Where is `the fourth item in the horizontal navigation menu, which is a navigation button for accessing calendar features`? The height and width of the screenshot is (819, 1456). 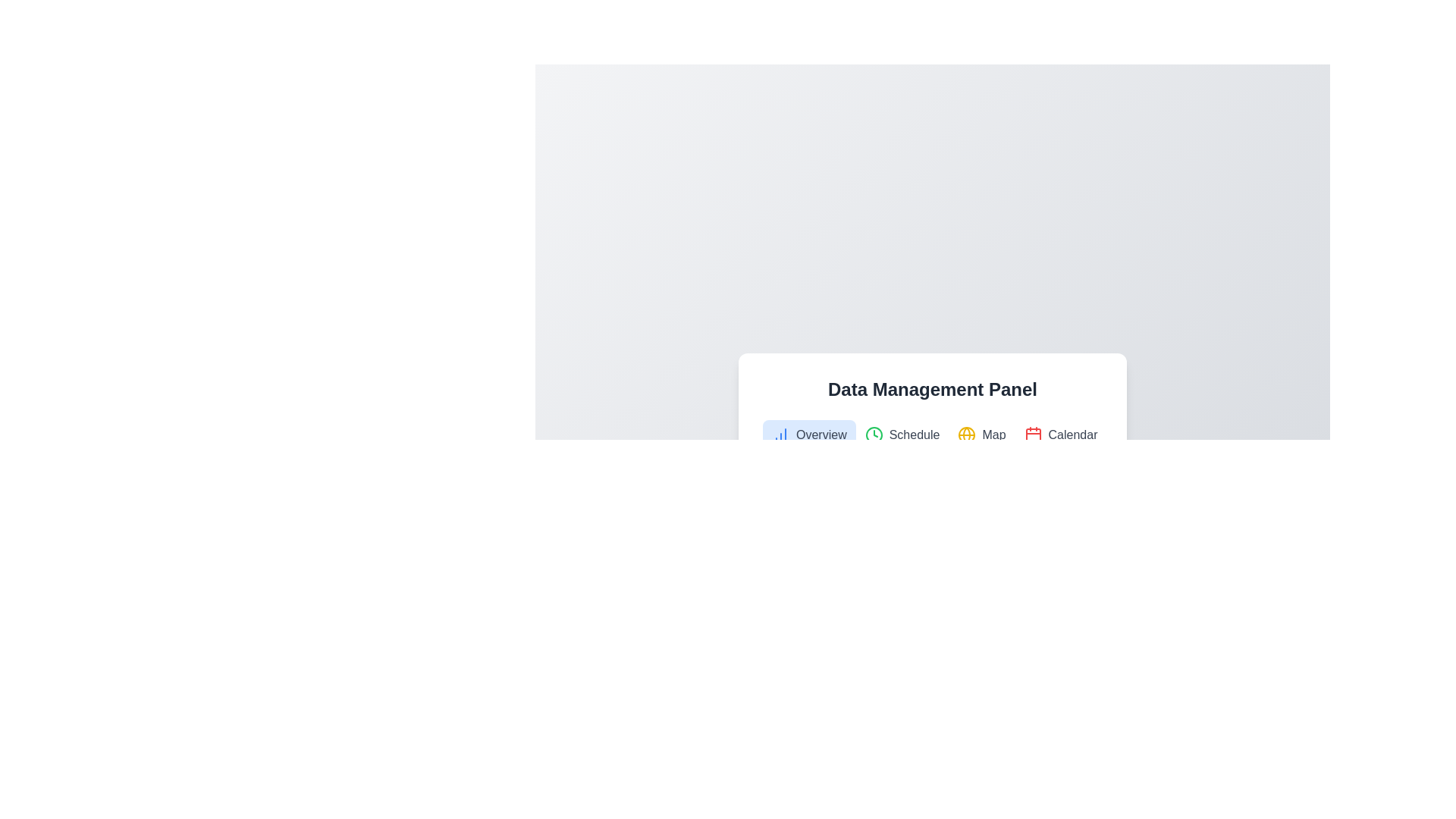 the fourth item in the horizontal navigation menu, which is a navigation button for accessing calendar features is located at coordinates (1059, 435).